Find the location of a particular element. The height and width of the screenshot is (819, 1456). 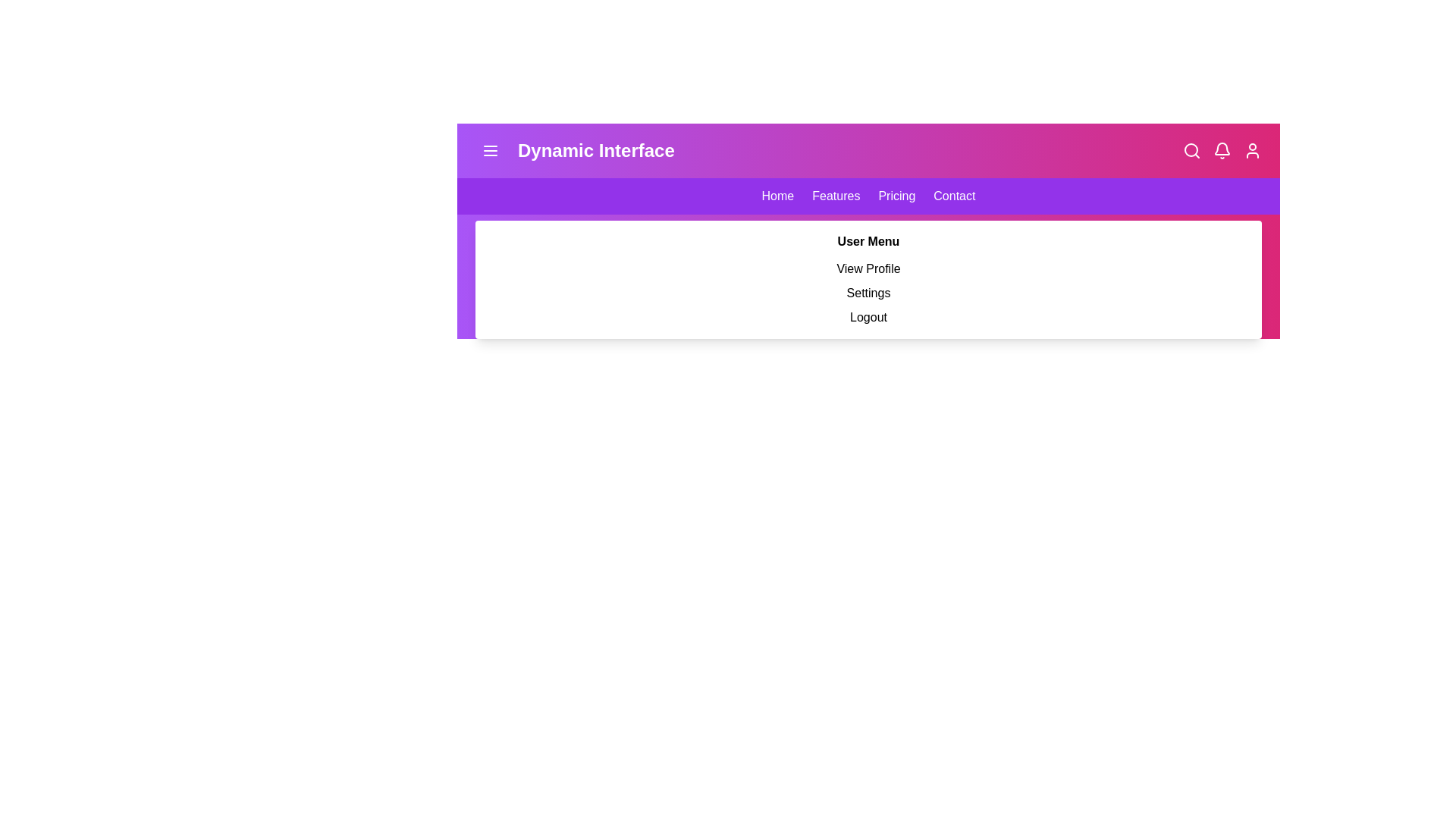

the navigation link Pricing is located at coordinates (896, 195).